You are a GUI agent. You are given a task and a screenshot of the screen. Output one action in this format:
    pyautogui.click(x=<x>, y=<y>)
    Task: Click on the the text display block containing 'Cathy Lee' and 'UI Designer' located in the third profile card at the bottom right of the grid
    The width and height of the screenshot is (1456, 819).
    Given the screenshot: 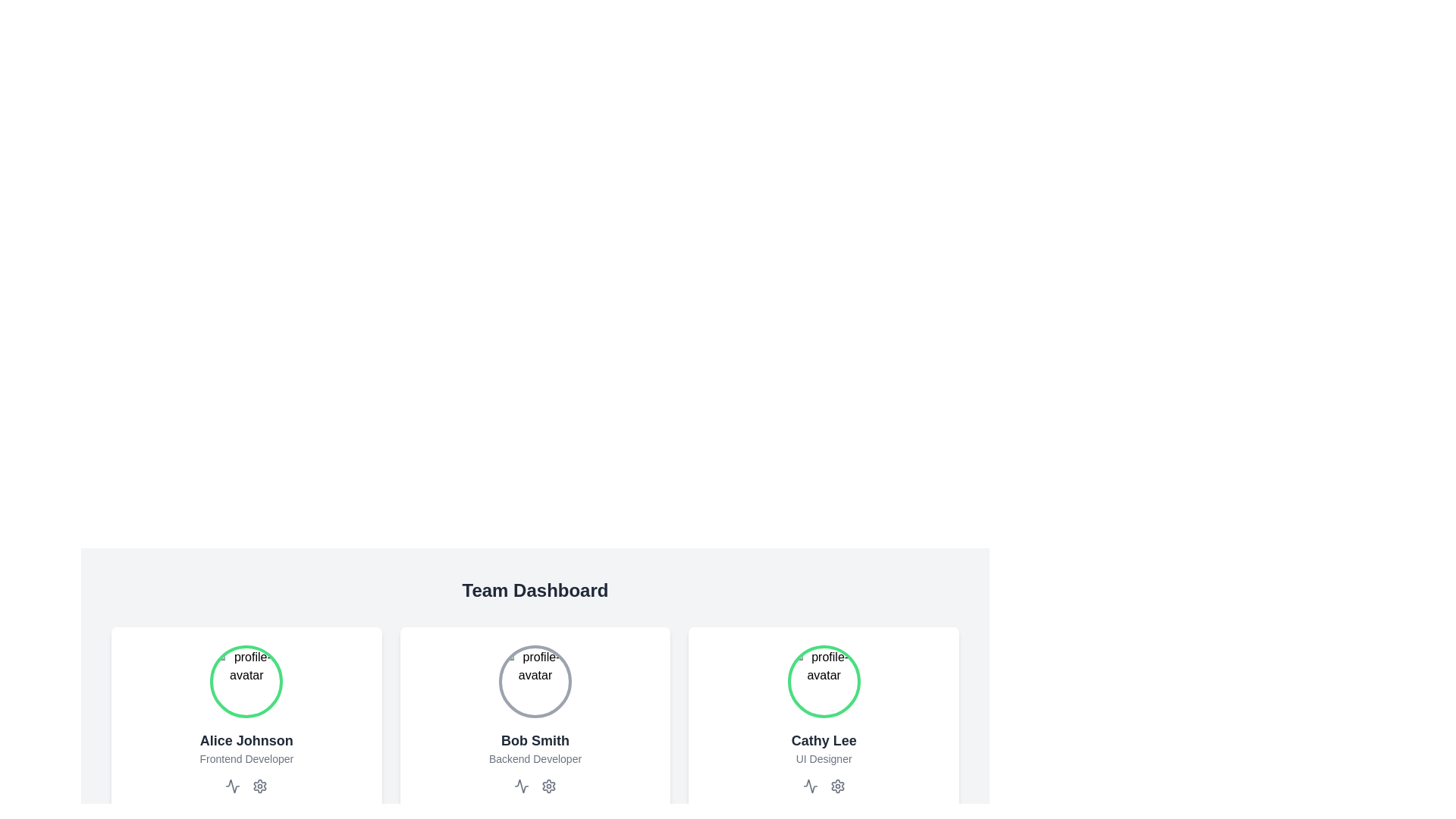 What is the action you would take?
    pyautogui.click(x=823, y=748)
    